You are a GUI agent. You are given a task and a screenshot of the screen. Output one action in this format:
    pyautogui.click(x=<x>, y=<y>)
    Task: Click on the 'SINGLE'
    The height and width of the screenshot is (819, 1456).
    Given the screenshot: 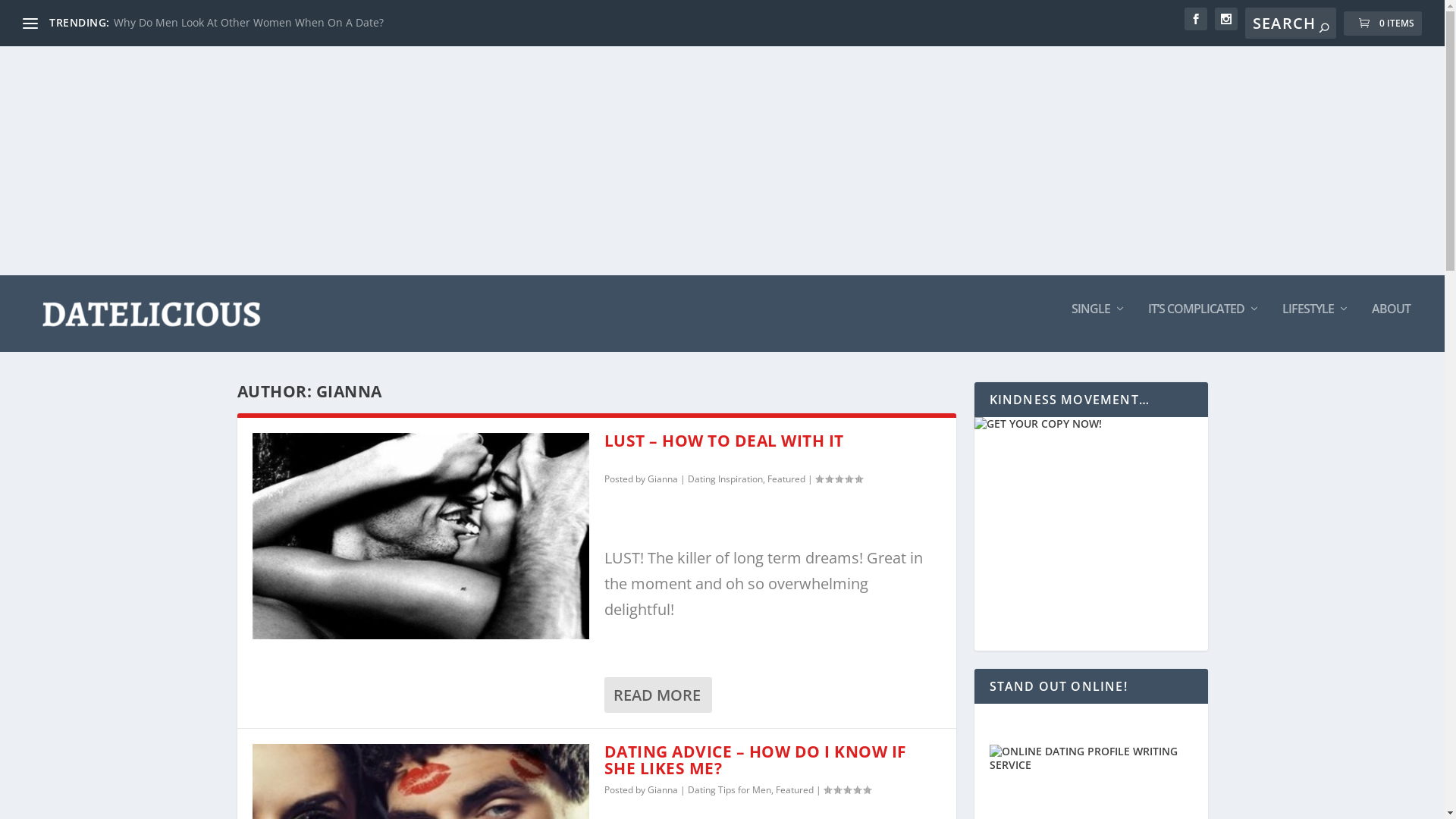 What is the action you would take?
    pyautogui.click(x=1098, y=326)
    